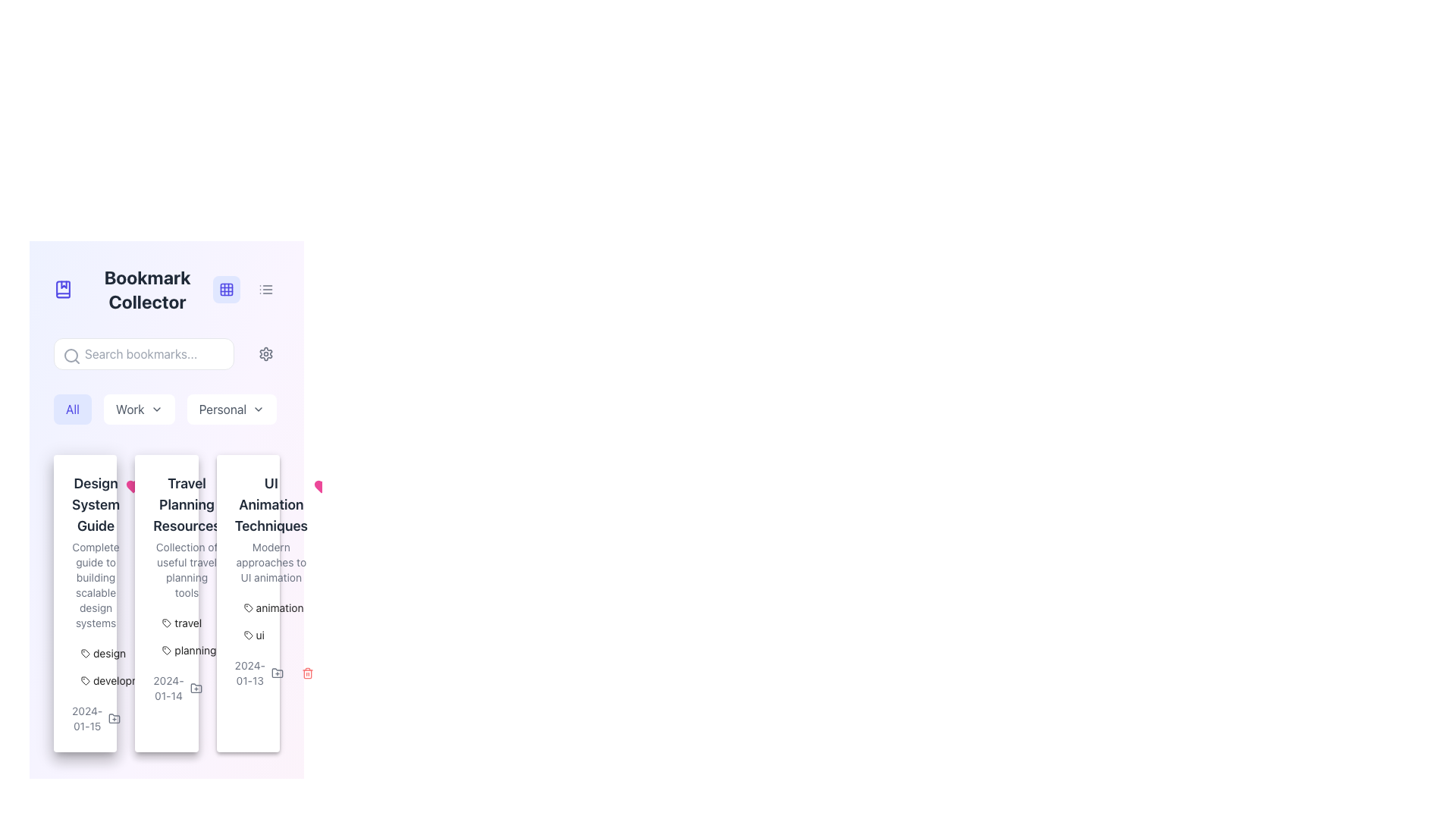 Image resolution: width=1456 pixels, height=819 pixels. I want to click on the visual representation of the magnifying glass icon, which is a light gray circular search symbol located inside the search input field towards the left side, so click(71, 356).